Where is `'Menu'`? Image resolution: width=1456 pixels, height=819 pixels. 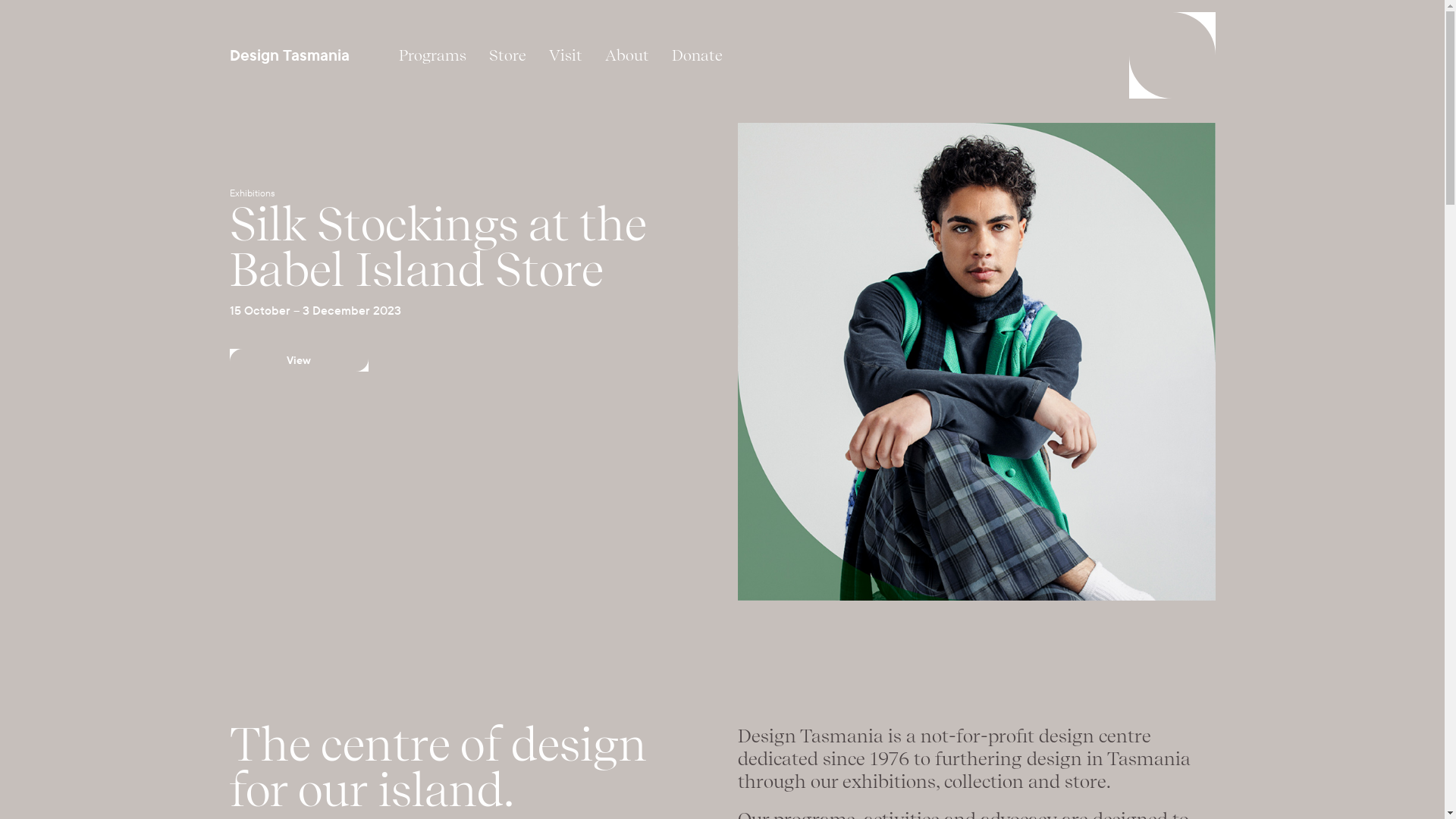 'Menu' is located at coordinates (1171, 55).